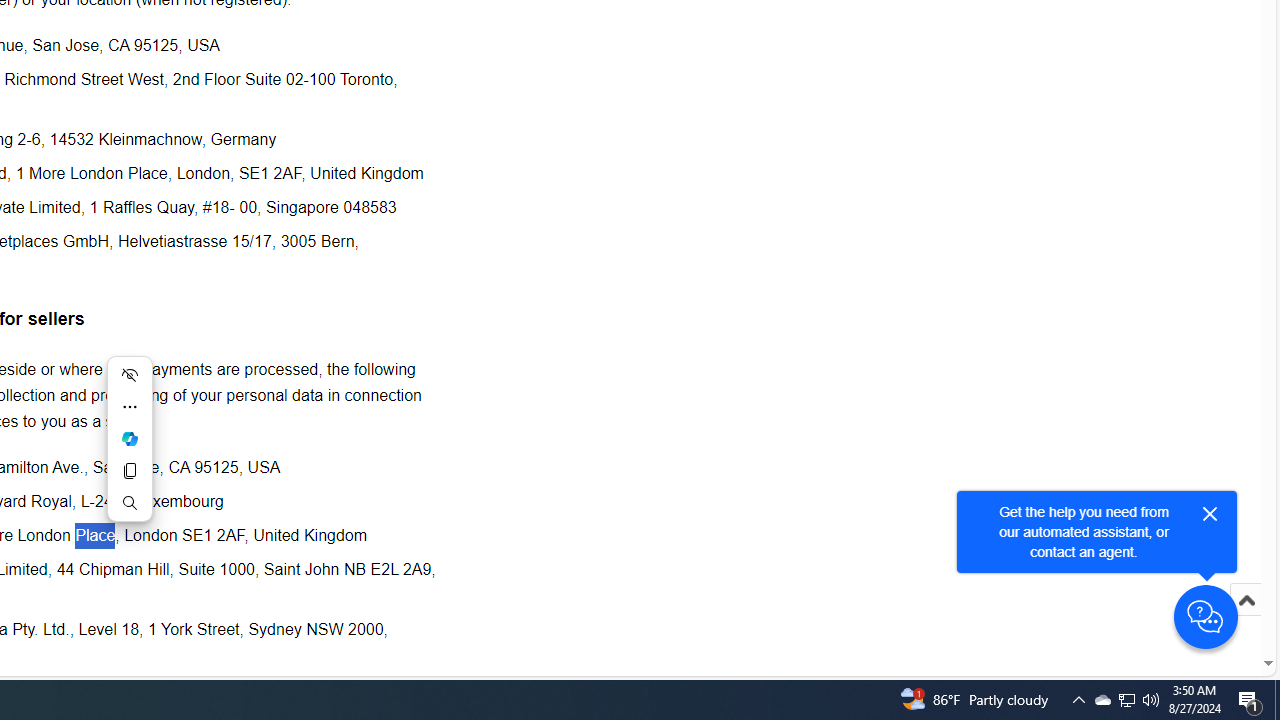 Image resolution: width=1280 pixels, height=720 pixels. What do you see at coordinates (128, 375) in the screenshot?
I see `'Hide menu'` at bounding box center [128, 375].